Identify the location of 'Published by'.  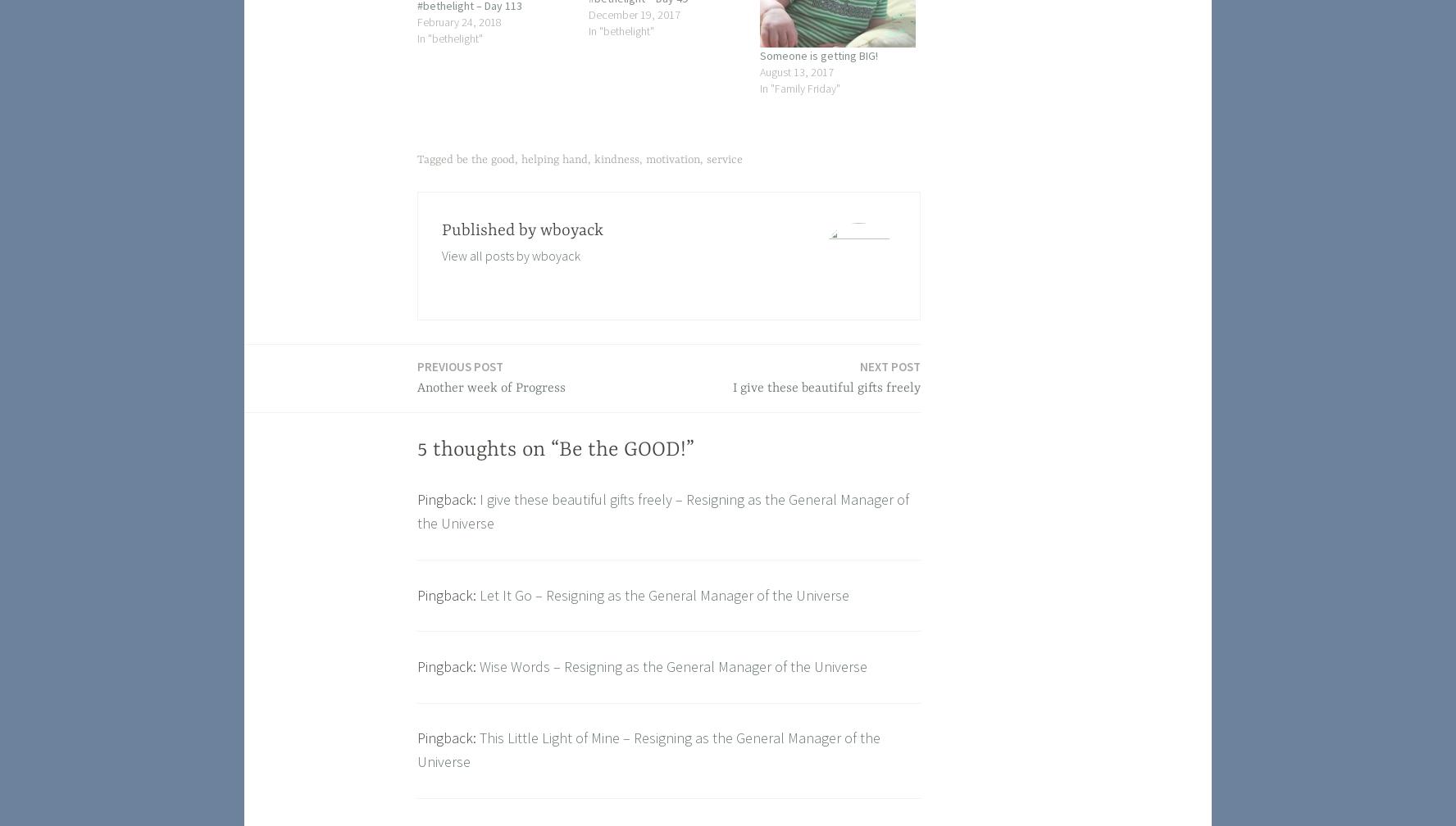
(440, 229).